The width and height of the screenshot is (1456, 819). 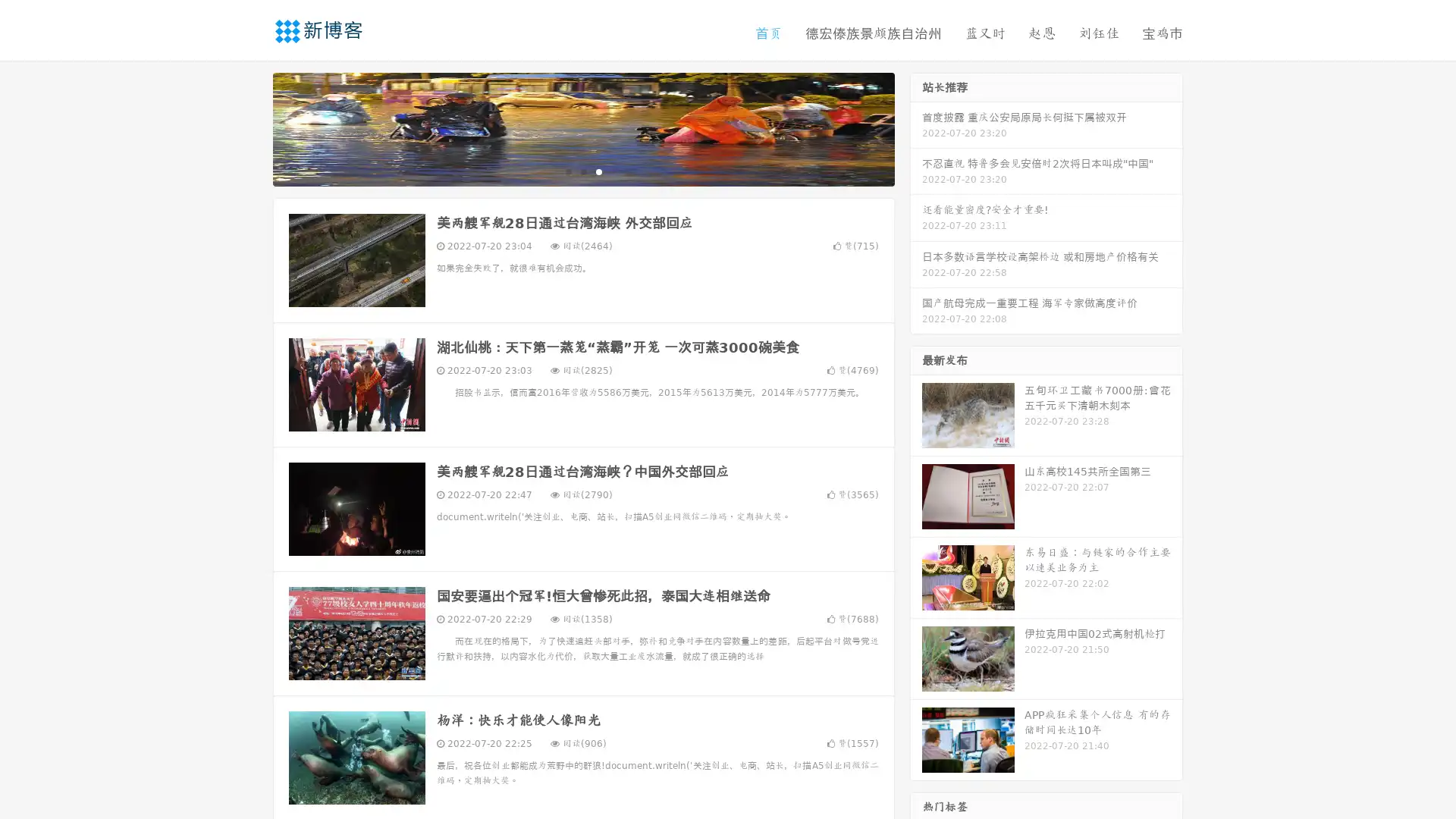 I want to click on Go to slide 1, so click(x=567, y=171).